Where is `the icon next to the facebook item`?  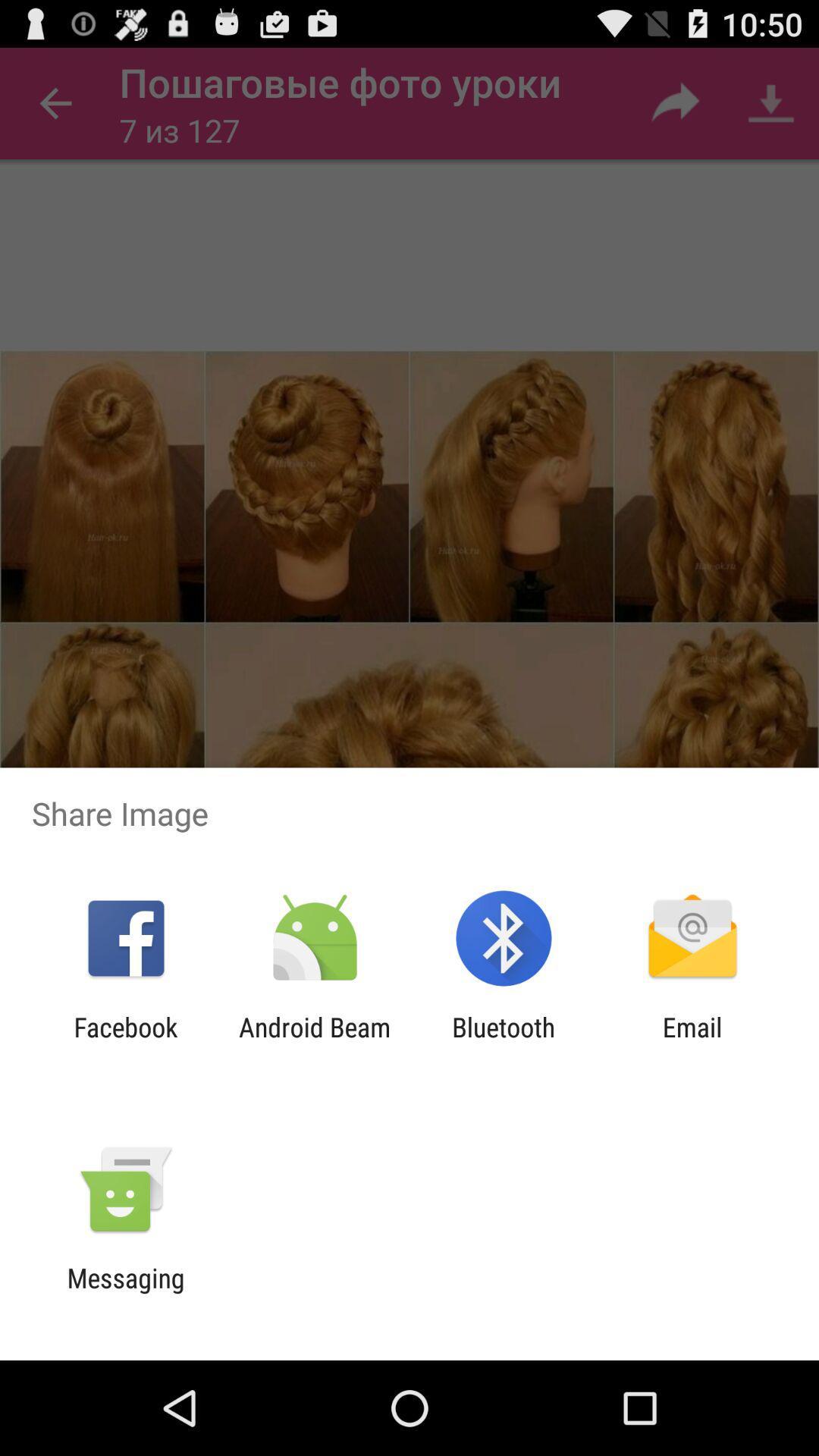 the icon next to the facebook item is located at coordinates (314, 1042).